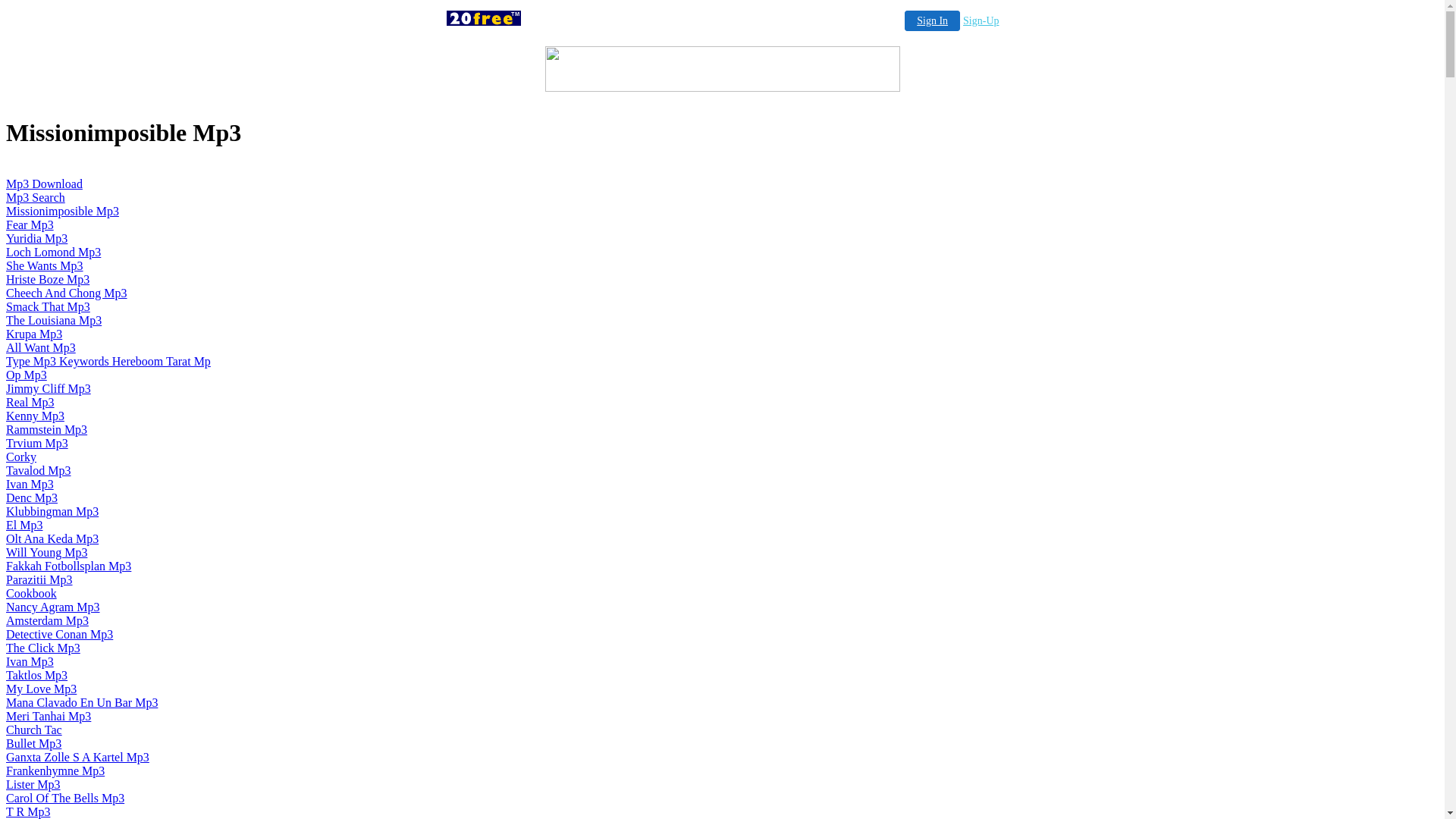 This screenshot has height=819, width=1456. What do you see at coordinates (81, 702) in the screenshot?
I see `'Mana Clavado En Un Bar Mp3'` at bounding box center [81, 702].